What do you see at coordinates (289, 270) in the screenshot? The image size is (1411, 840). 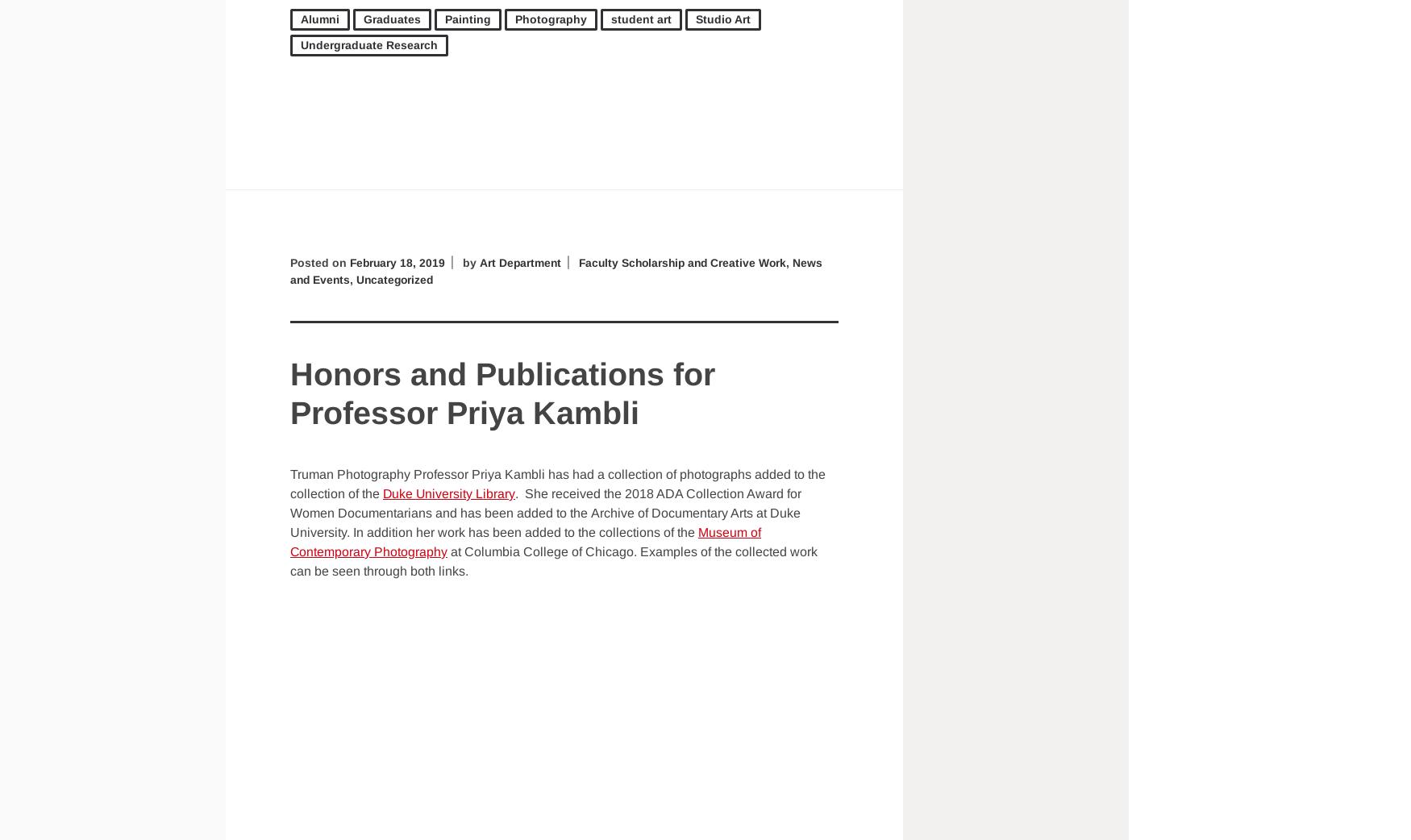 I see `'News and Events'` at bounding box center [289, 270].